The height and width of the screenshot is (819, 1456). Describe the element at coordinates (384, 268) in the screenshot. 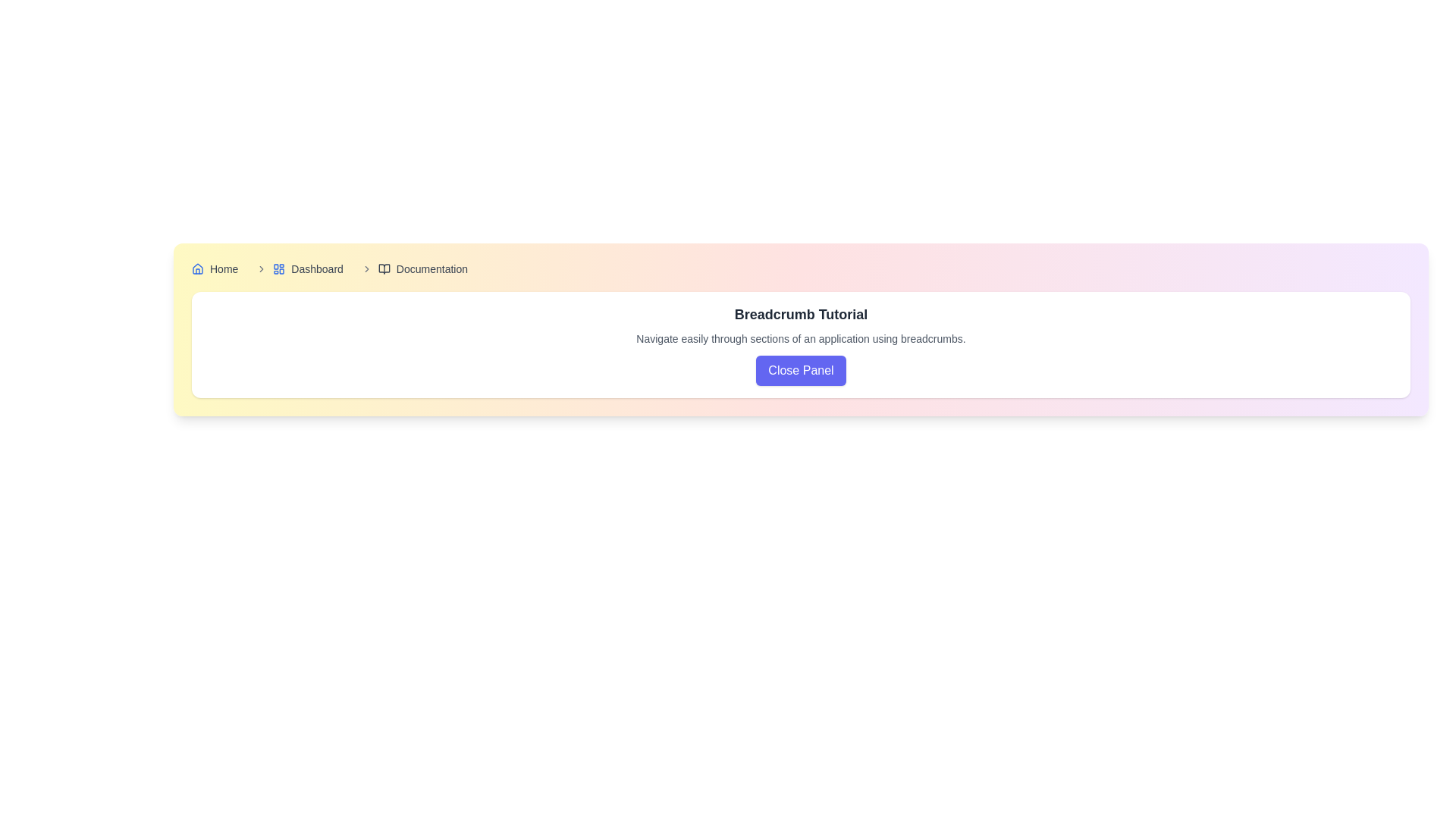

I see `near the decorative SVG icon representing the 'Documentation' section in the breadcrumb navigation` at that location.